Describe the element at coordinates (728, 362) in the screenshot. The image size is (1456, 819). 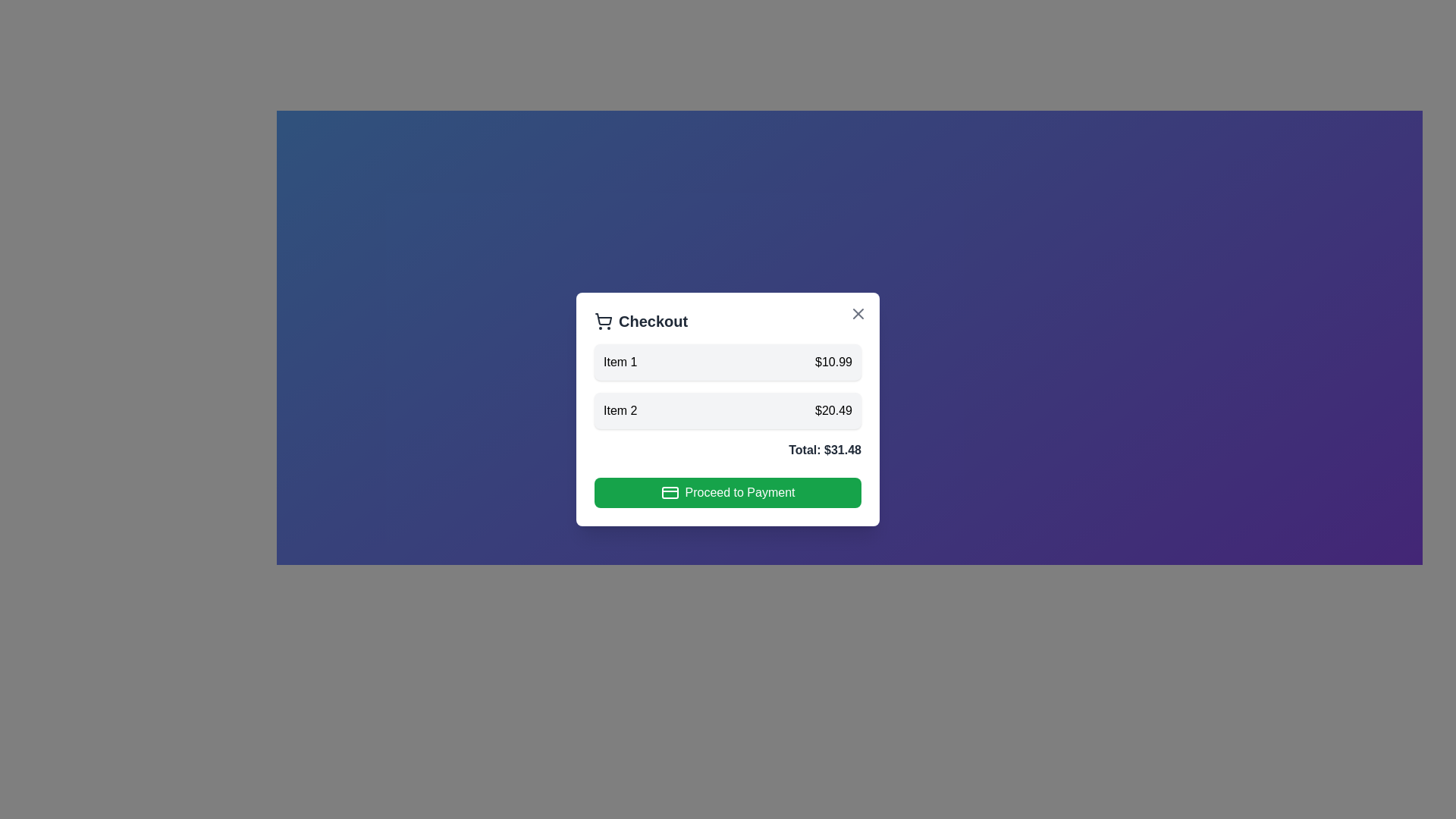
I see `the static content display section containing 'Item 1' and '$10.99', which is the first element in a vertically-aligned list` at that location.